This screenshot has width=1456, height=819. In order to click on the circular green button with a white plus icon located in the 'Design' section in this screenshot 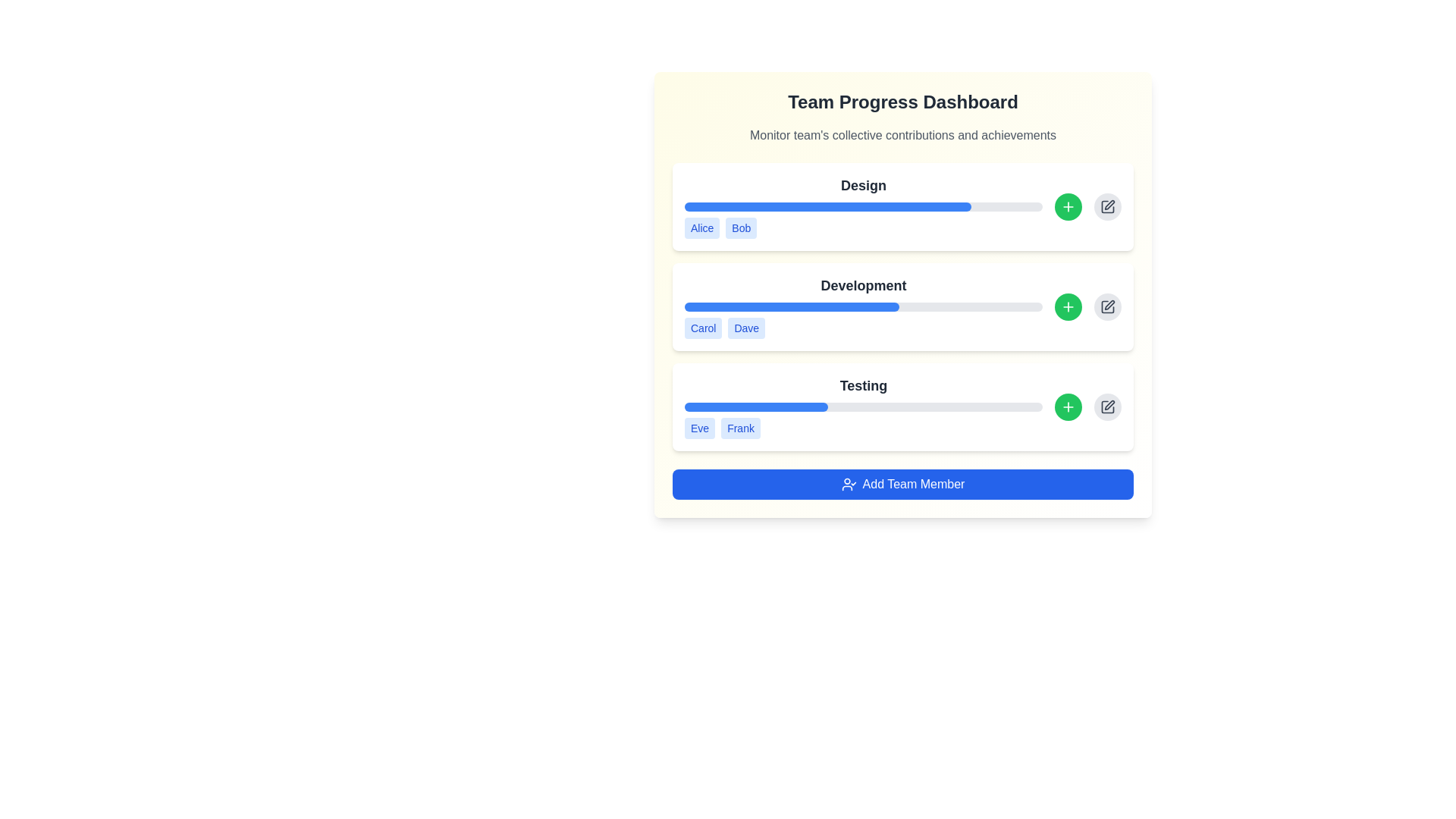, I will do `click(1068, 207)`.